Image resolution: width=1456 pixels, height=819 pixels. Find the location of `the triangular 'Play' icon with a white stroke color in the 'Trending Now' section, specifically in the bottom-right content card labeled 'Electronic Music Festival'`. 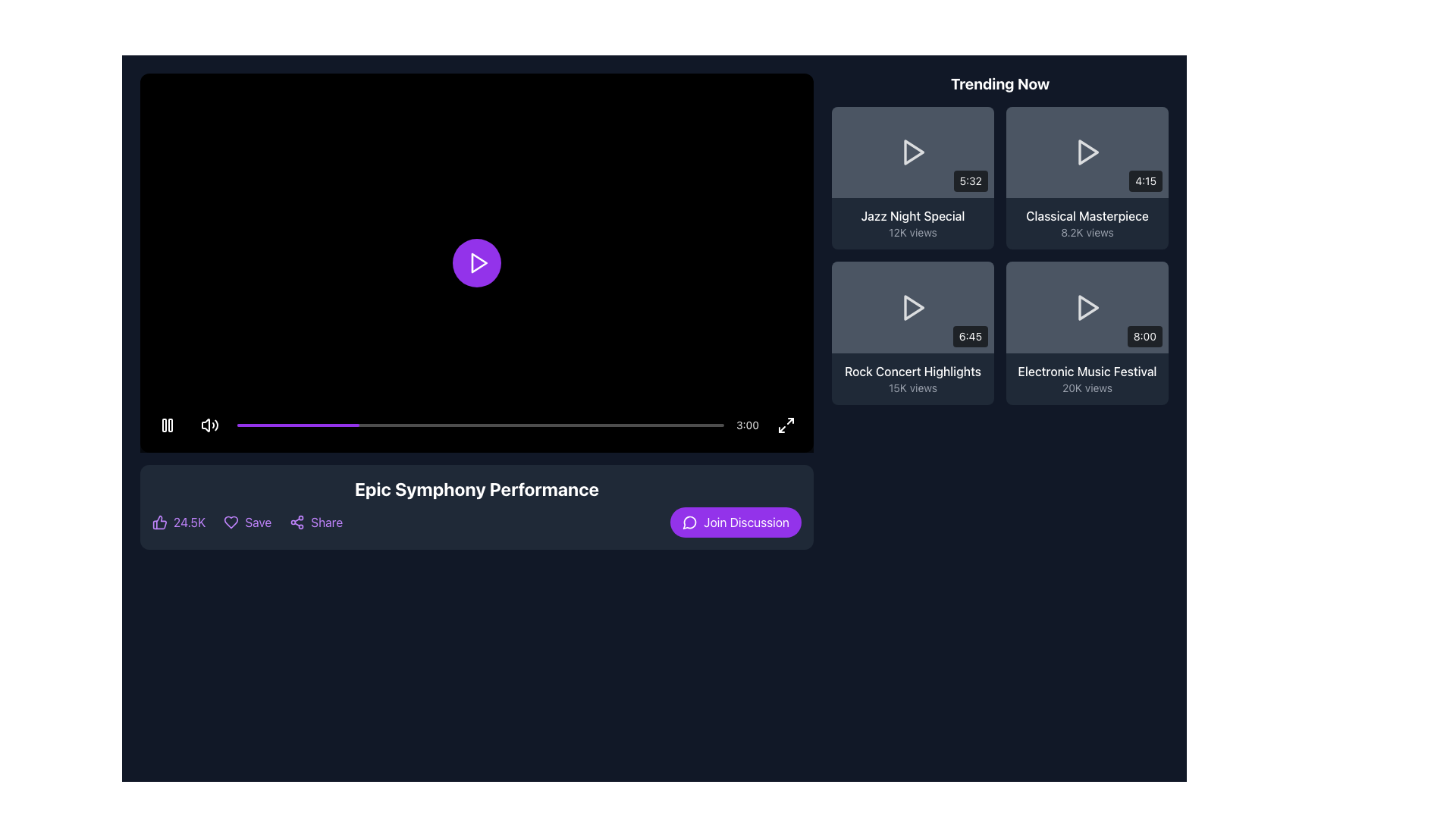

the triangular 'Play' icon with a white stroke color in the 'Trending Now' section, specifically in the bottom-right content card labeled 'Electronic Music Festival' is located at coordinates (1087, 307).